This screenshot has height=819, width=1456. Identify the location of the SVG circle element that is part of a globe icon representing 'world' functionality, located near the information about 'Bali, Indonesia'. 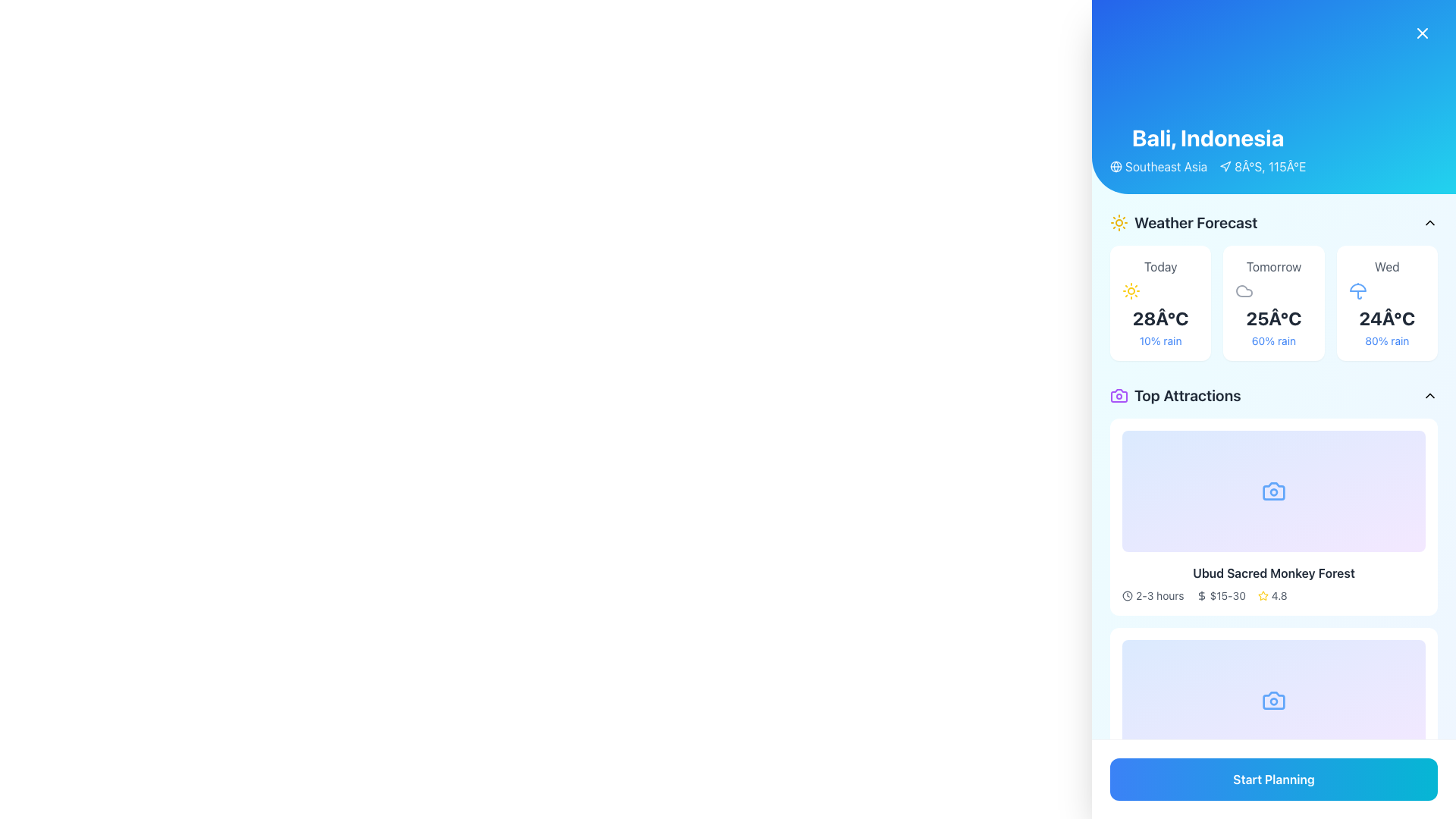
(1116, 166).